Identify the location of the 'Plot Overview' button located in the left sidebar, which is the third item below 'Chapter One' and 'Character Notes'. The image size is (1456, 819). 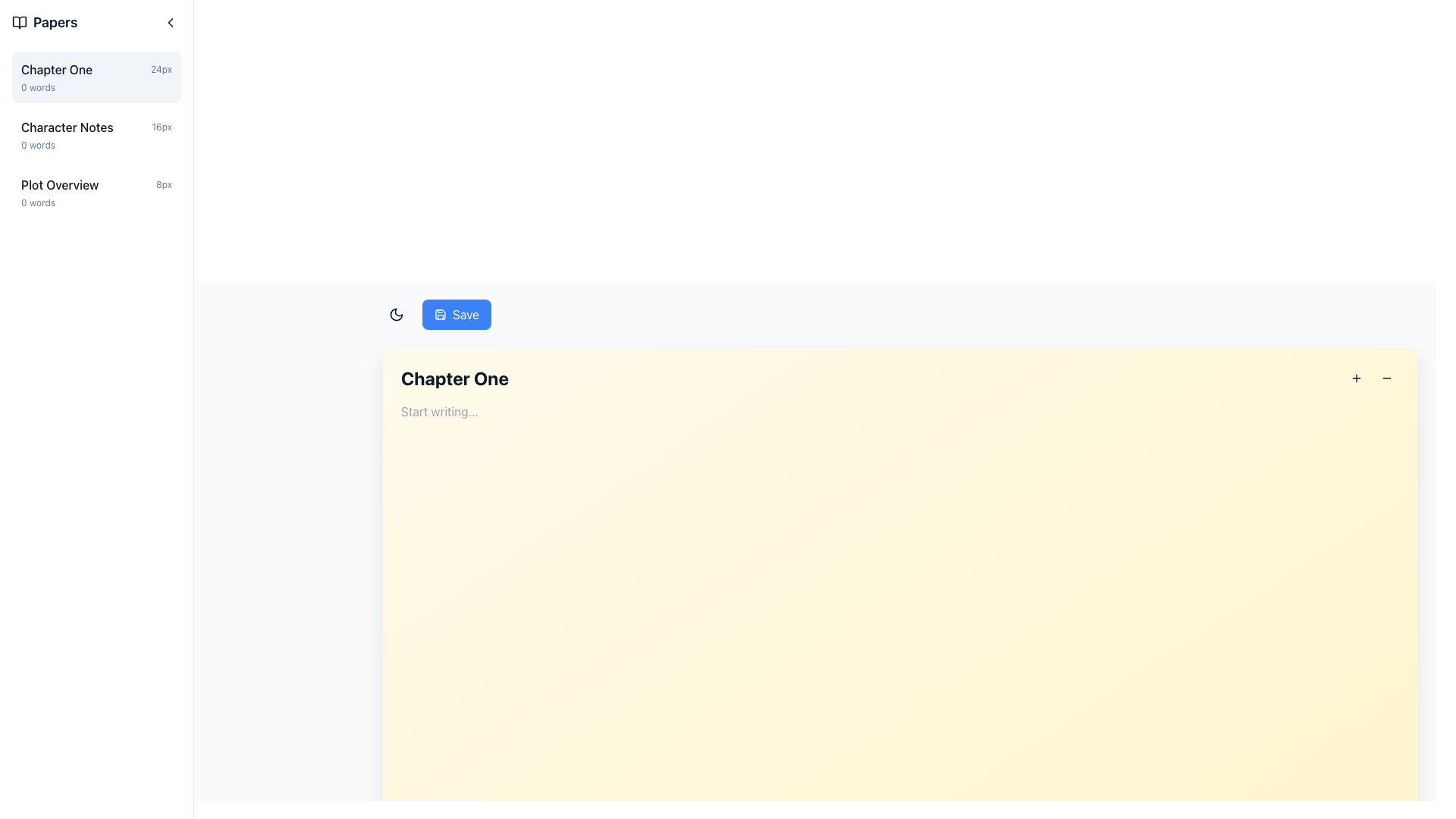
(96, 192).